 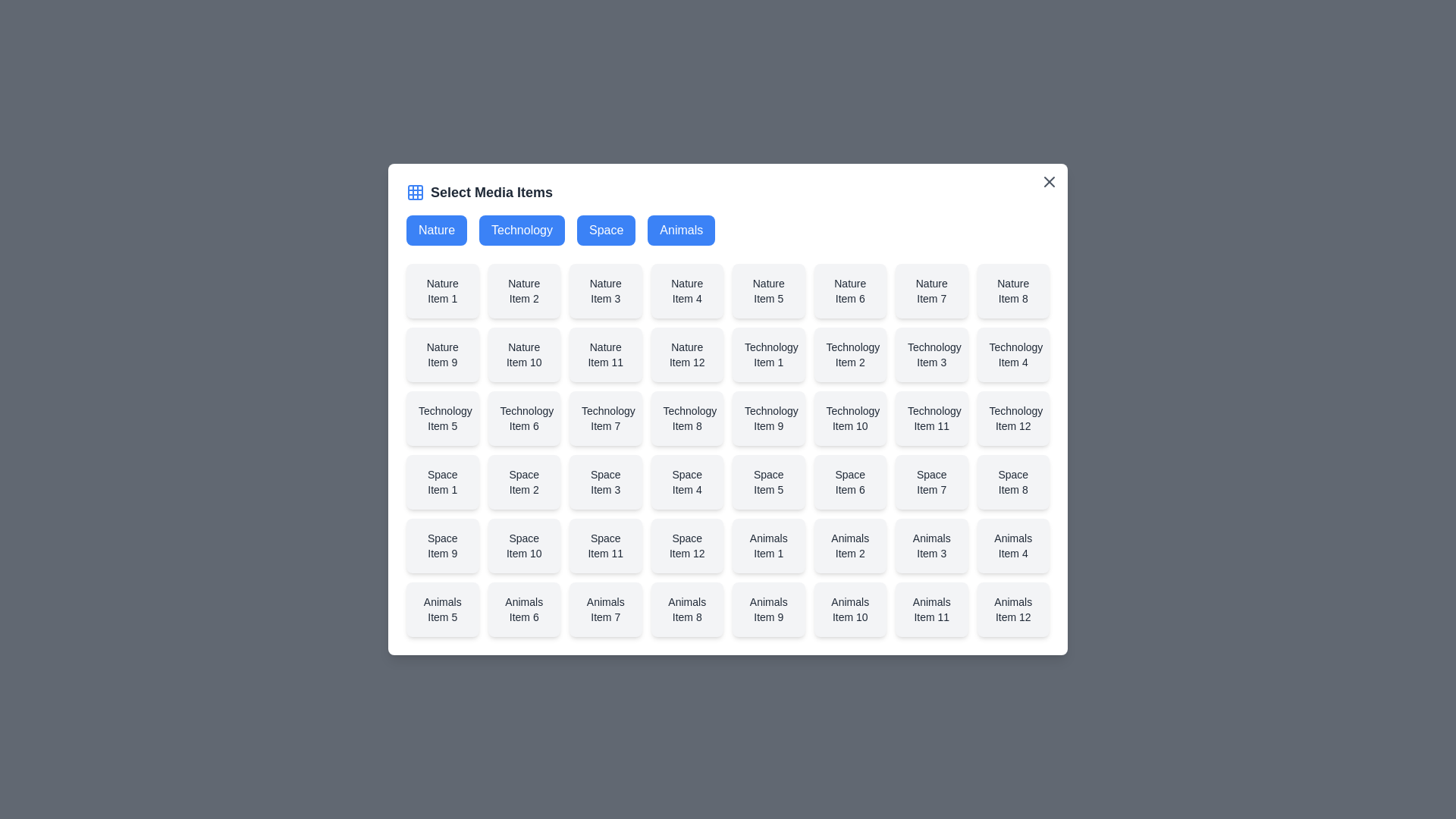 I want to click on the Space button to select the desired category, so click(x=604, y=231).